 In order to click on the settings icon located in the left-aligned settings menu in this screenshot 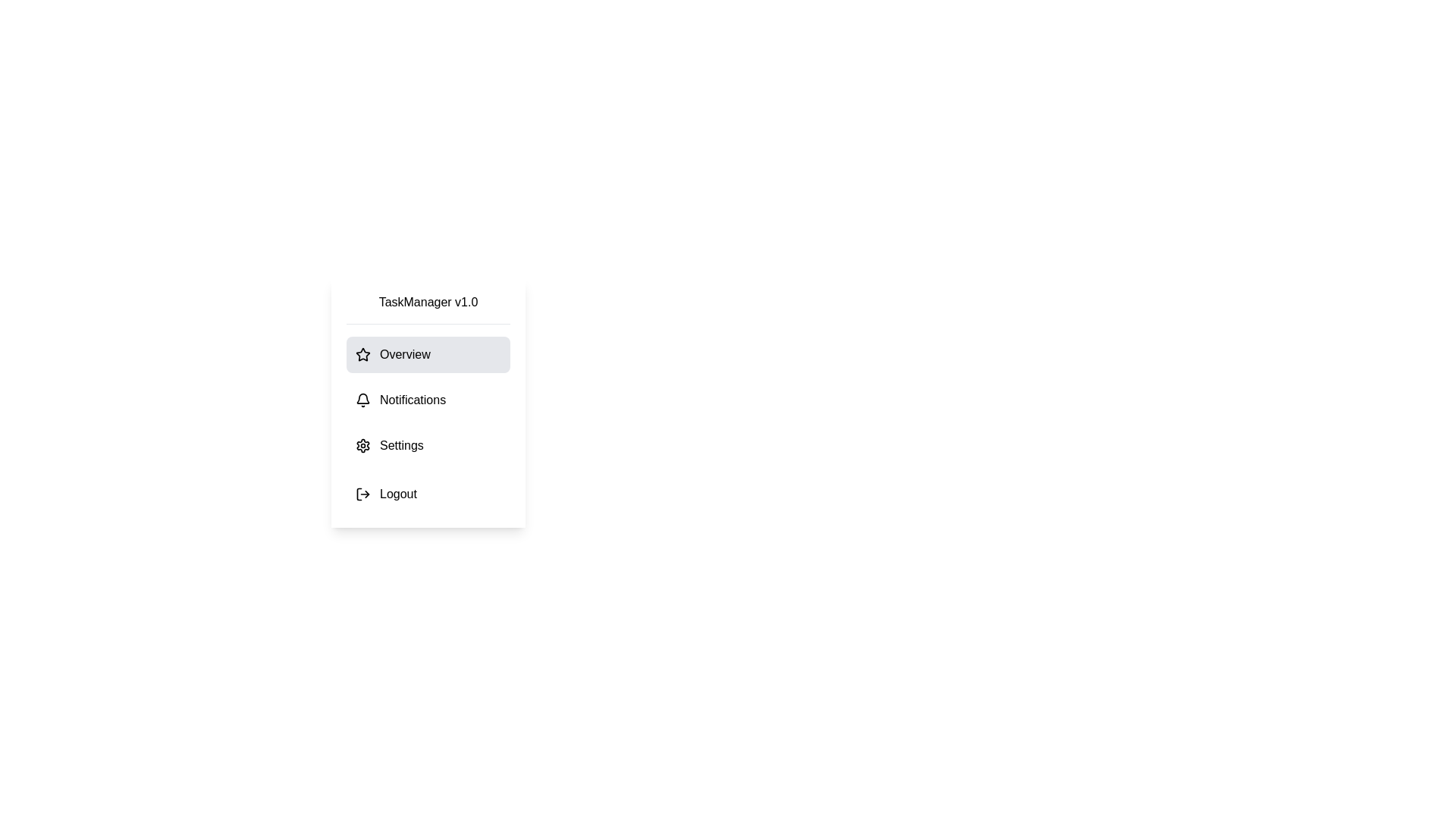, I will do `click(362, 444)`.